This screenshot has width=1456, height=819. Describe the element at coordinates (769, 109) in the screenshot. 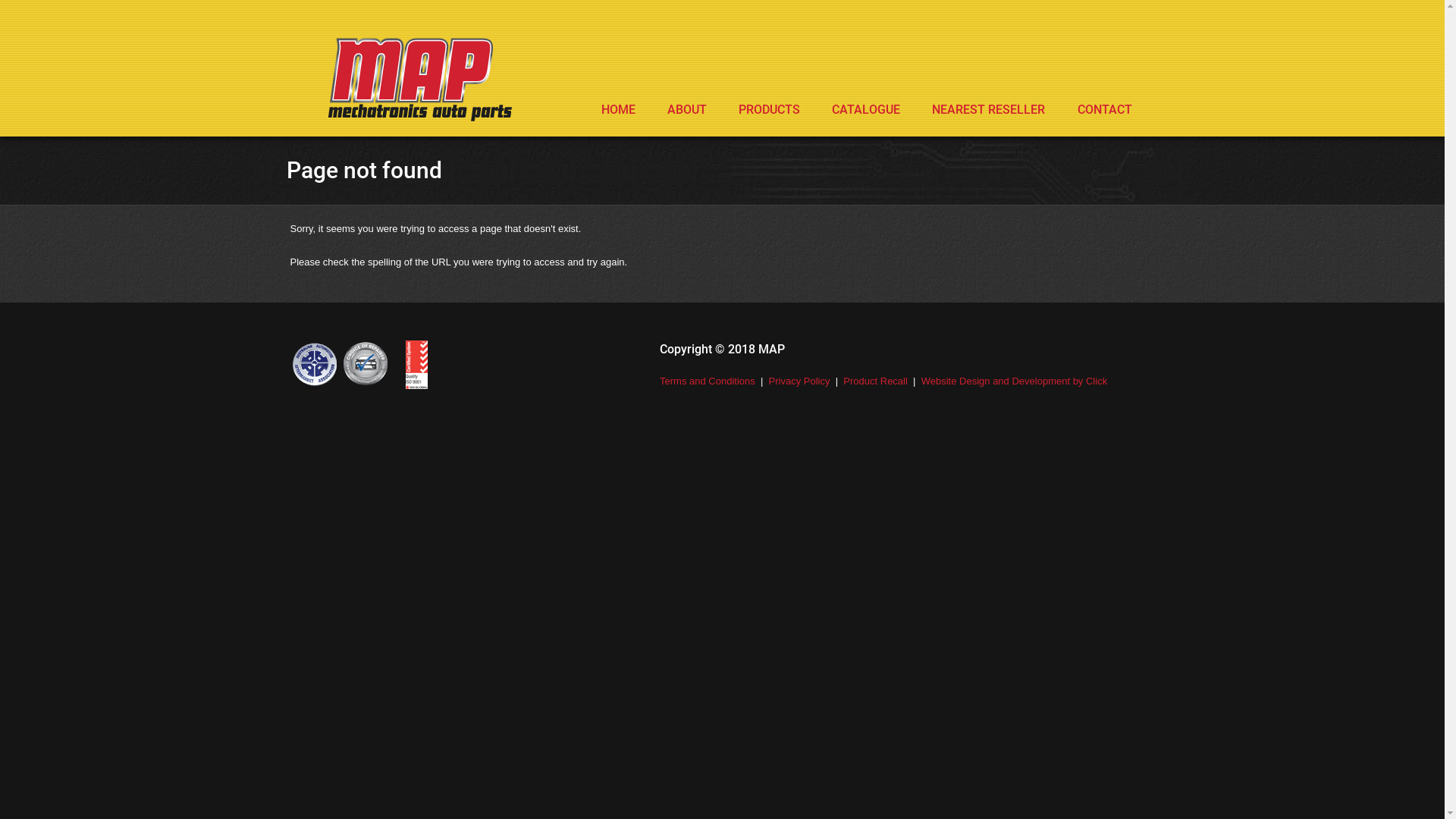

I see `'PRODUCTS'` at that location.